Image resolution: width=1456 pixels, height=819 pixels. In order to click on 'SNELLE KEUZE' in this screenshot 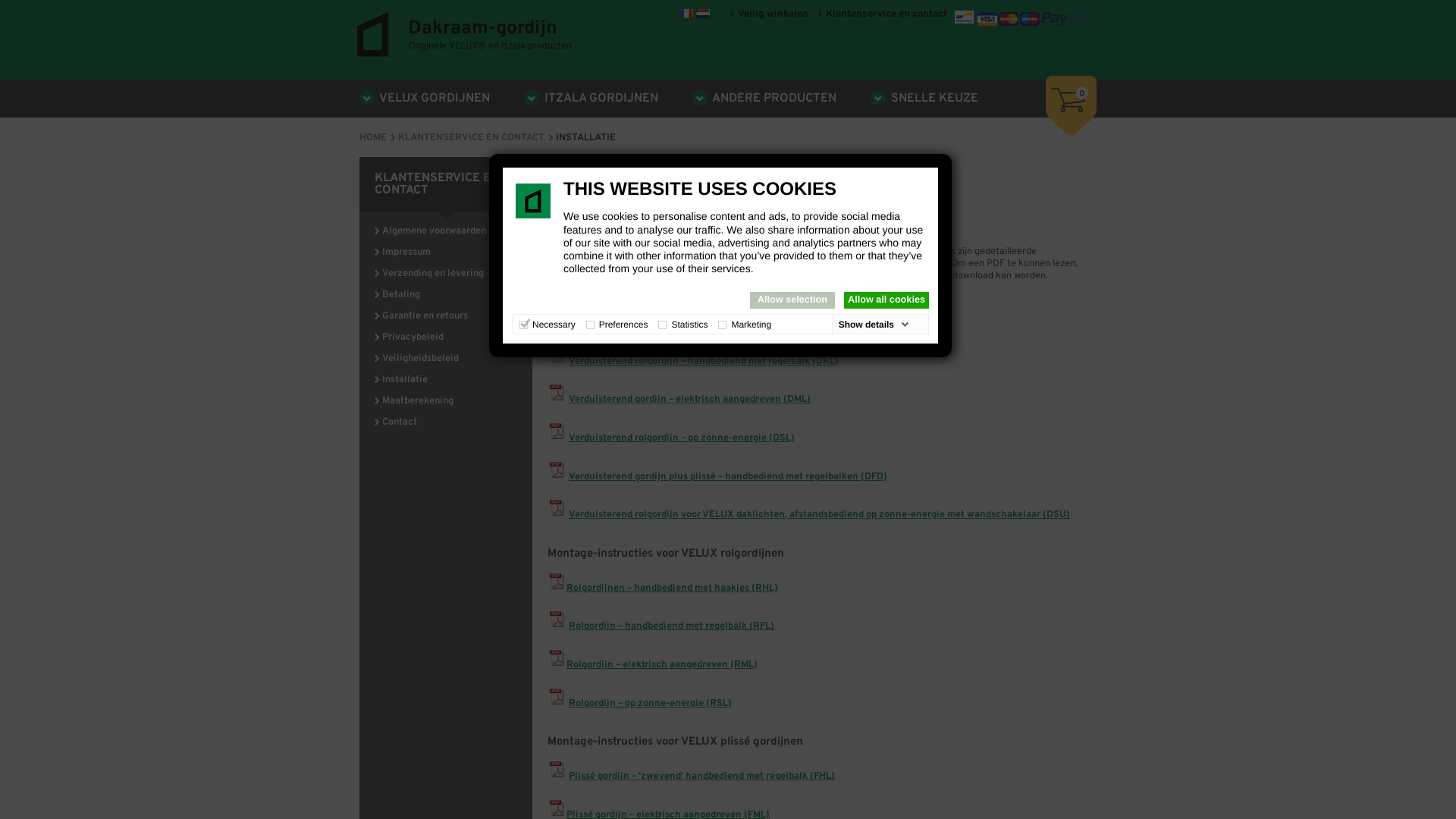, I will do `click(924, 99)`.